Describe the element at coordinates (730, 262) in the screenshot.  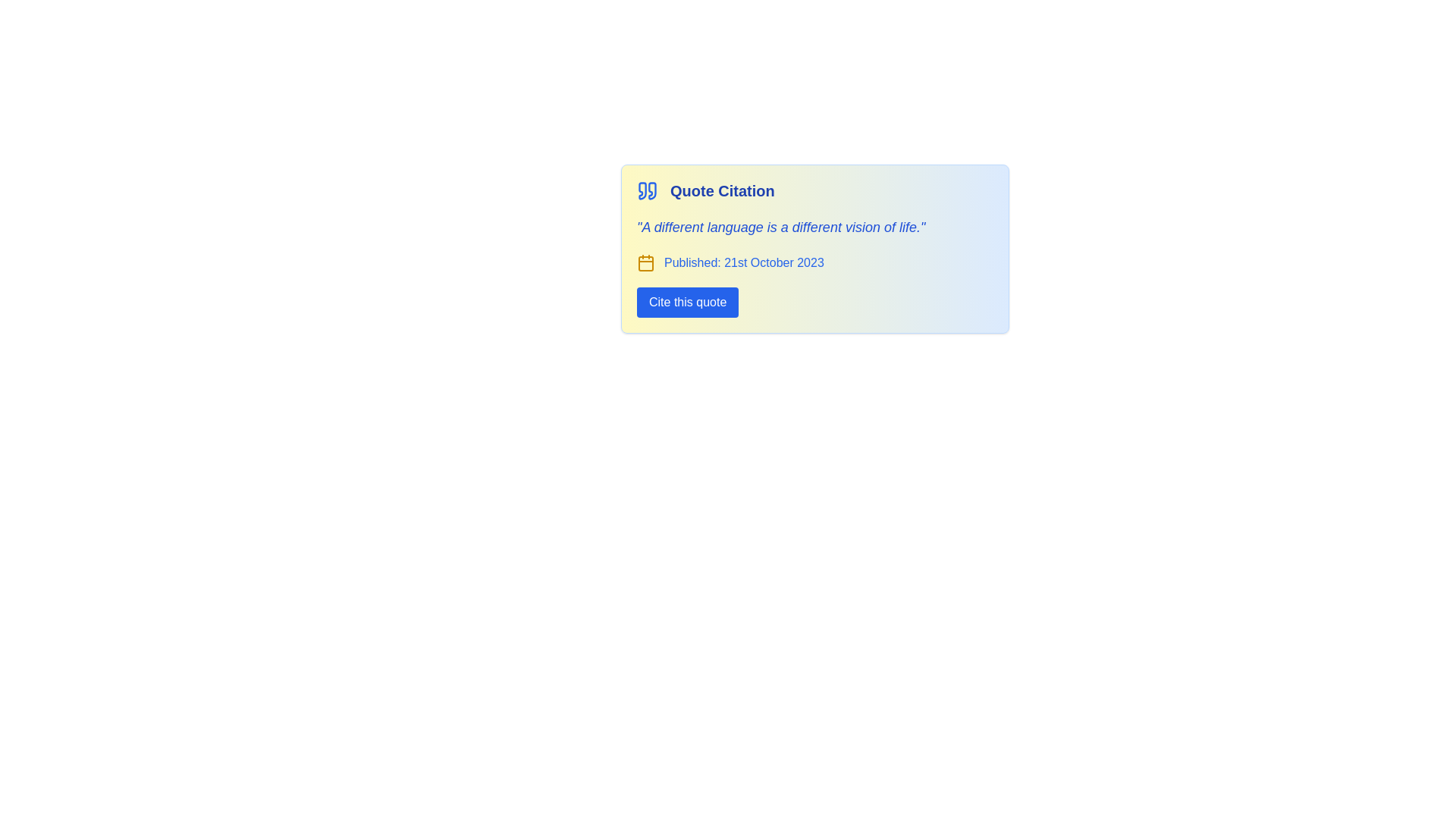
I see `displayed publication date from the informational text located beneath the quote text, above the 'Cite this quote' button` at that location.